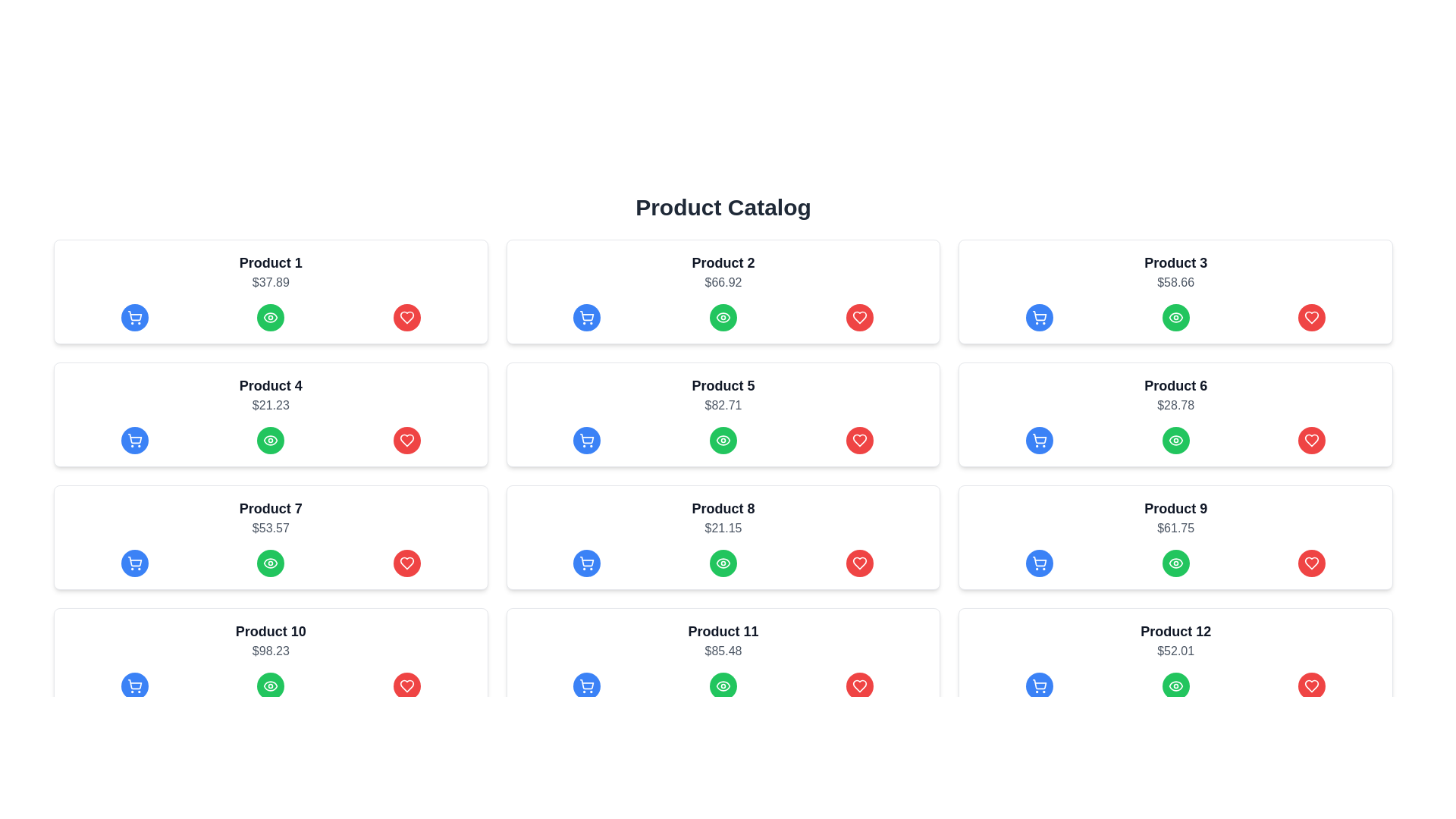 The height and width of the screenshot is (819, 1456). Describe the element at coordinates (1175, 441) in the screenshot. I see `the circular green button with a white eye icon that is the second button under 'Product 6'` at that location.